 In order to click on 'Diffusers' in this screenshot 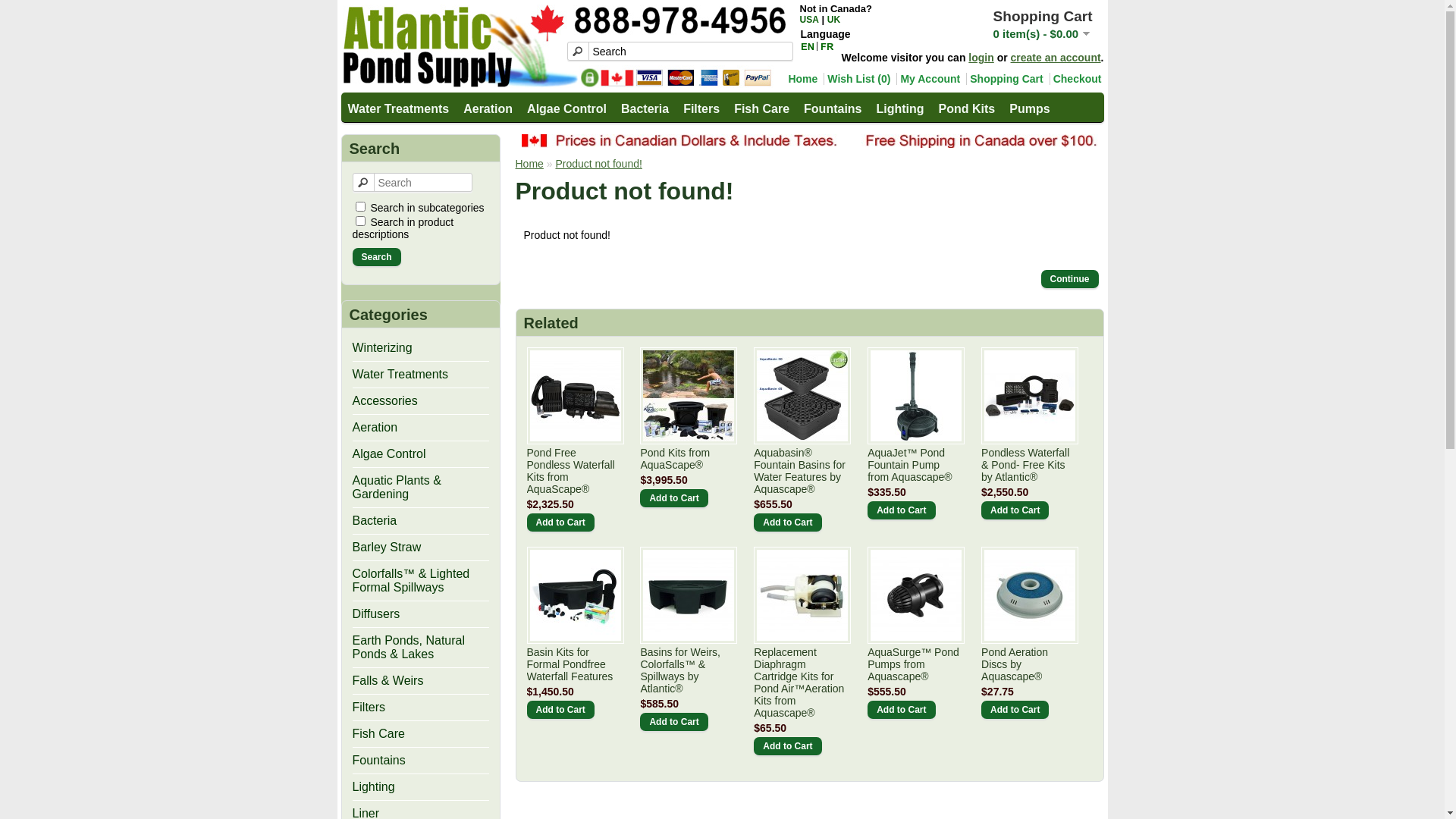, I will do `click(375, 613)`.